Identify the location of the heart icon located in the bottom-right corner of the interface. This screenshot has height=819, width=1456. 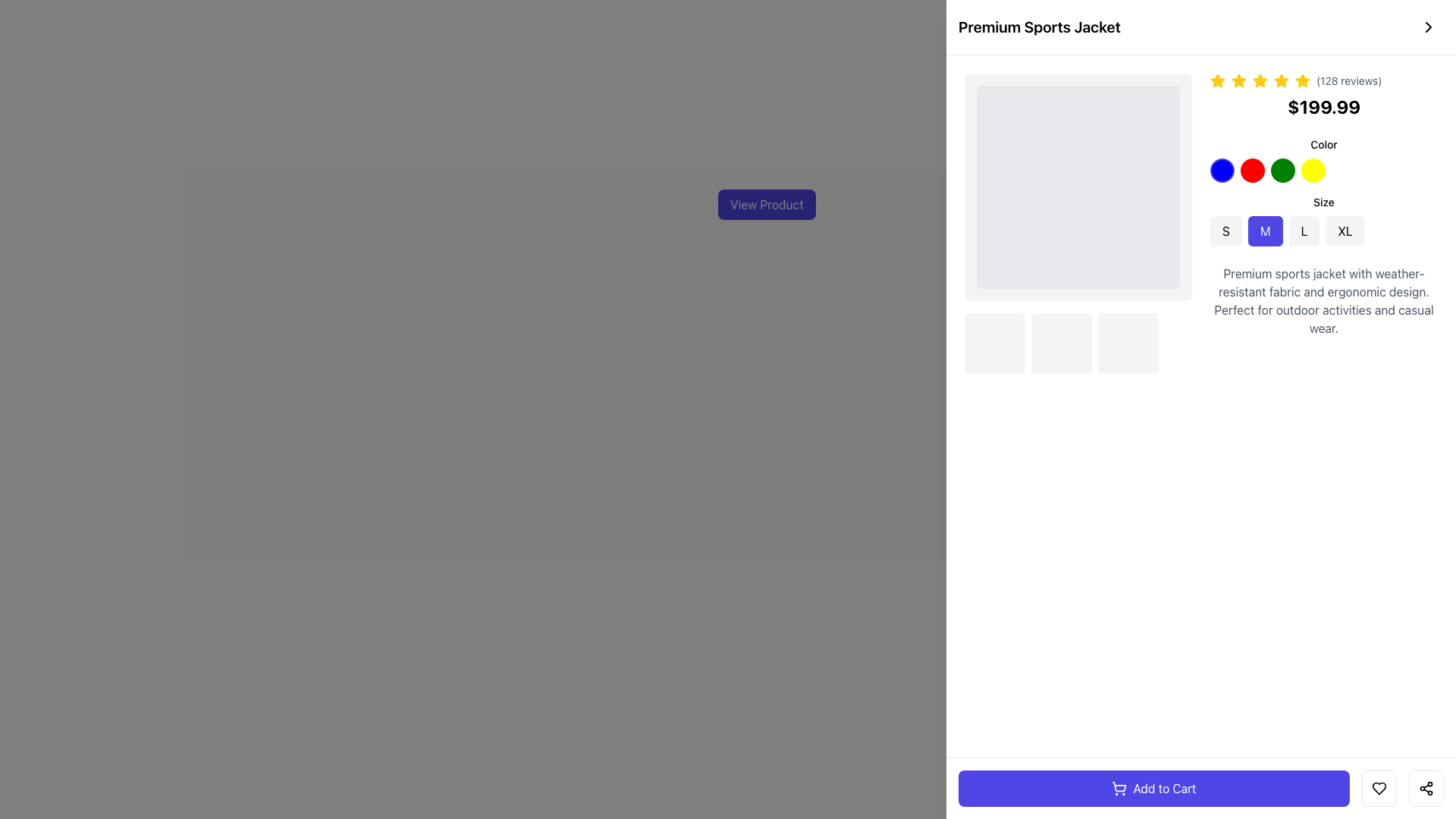
(1379, 788).